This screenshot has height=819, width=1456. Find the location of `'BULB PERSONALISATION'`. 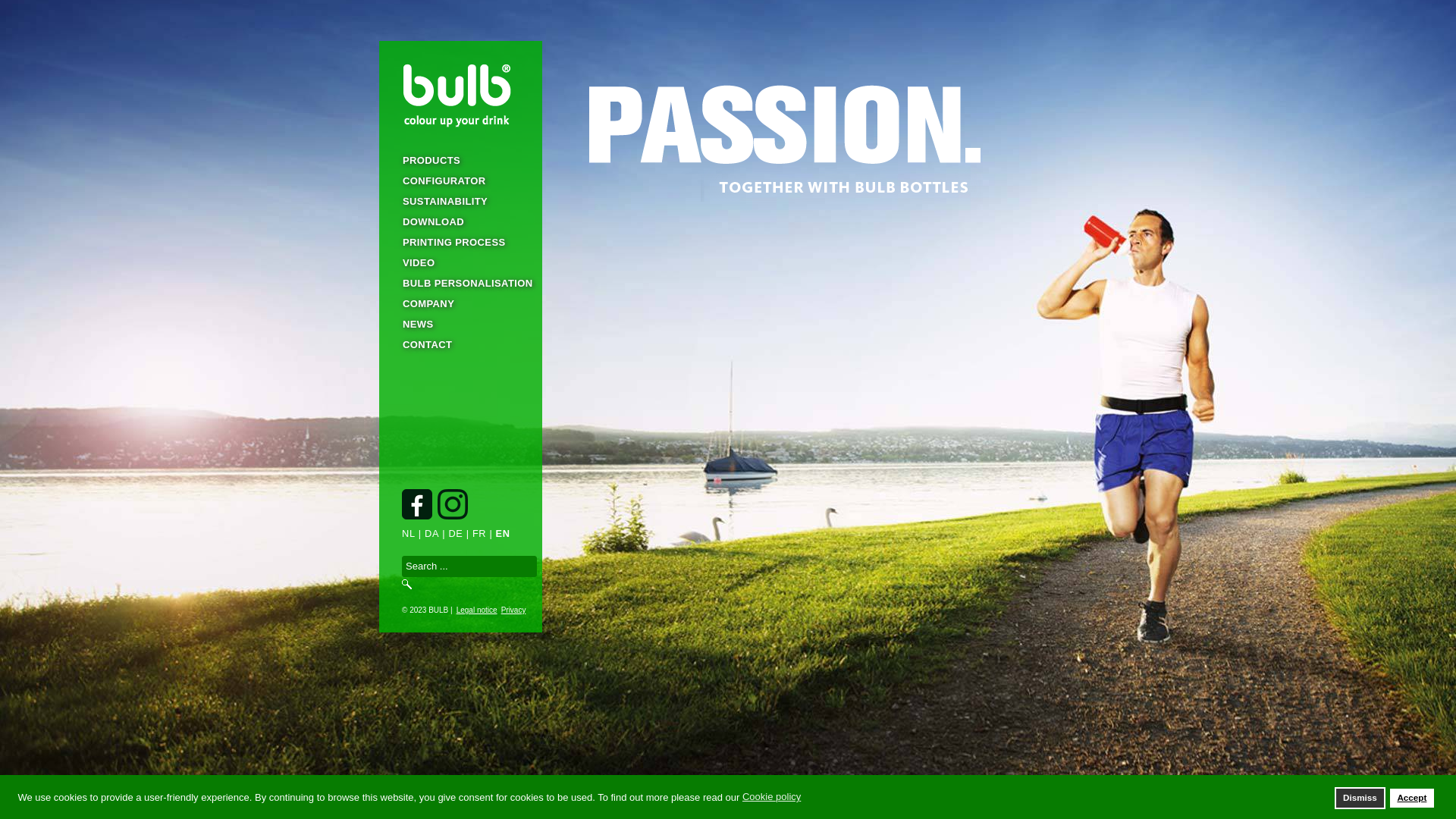

'BULB PERSONALISATION' is located at coordinates (460, 283).